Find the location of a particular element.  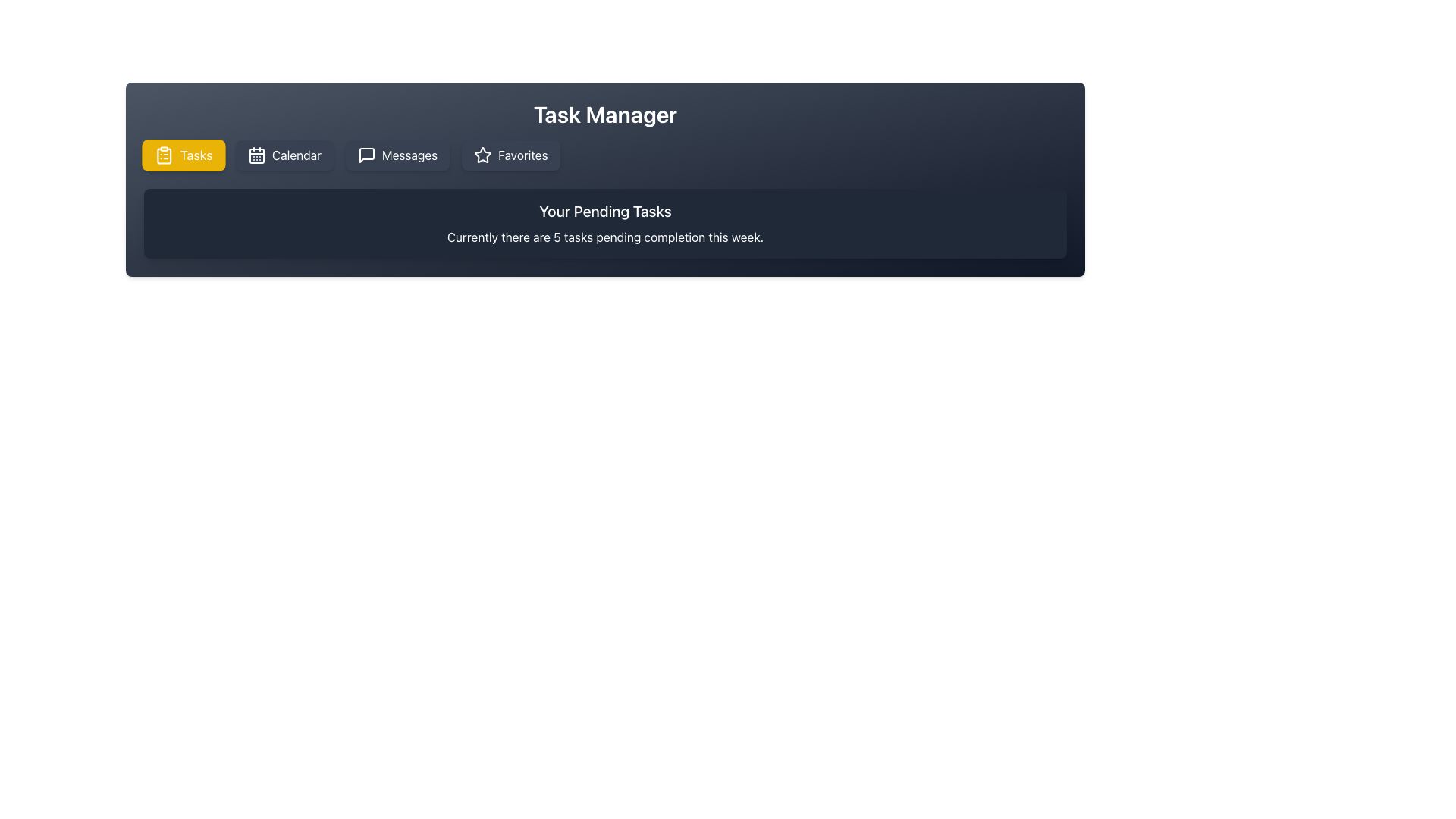

the 'Calendar' button with rounded corners and a shadow effect, located between the 'Tasks' and 'Messages' buttons, to change its background color to yellow is located at coordinates (284, 155).